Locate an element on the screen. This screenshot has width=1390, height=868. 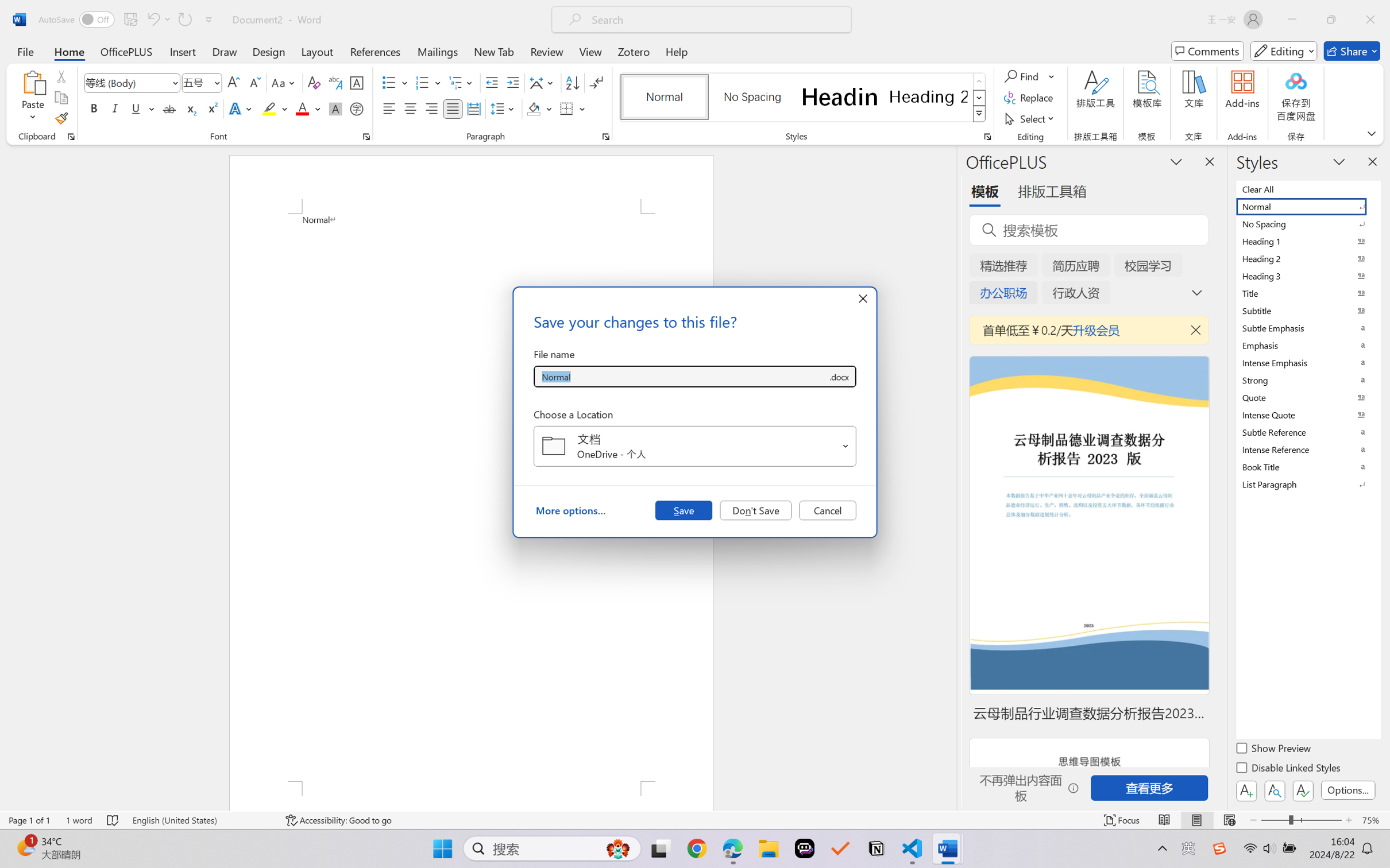
'Center' is located at coordinates (410, 108).